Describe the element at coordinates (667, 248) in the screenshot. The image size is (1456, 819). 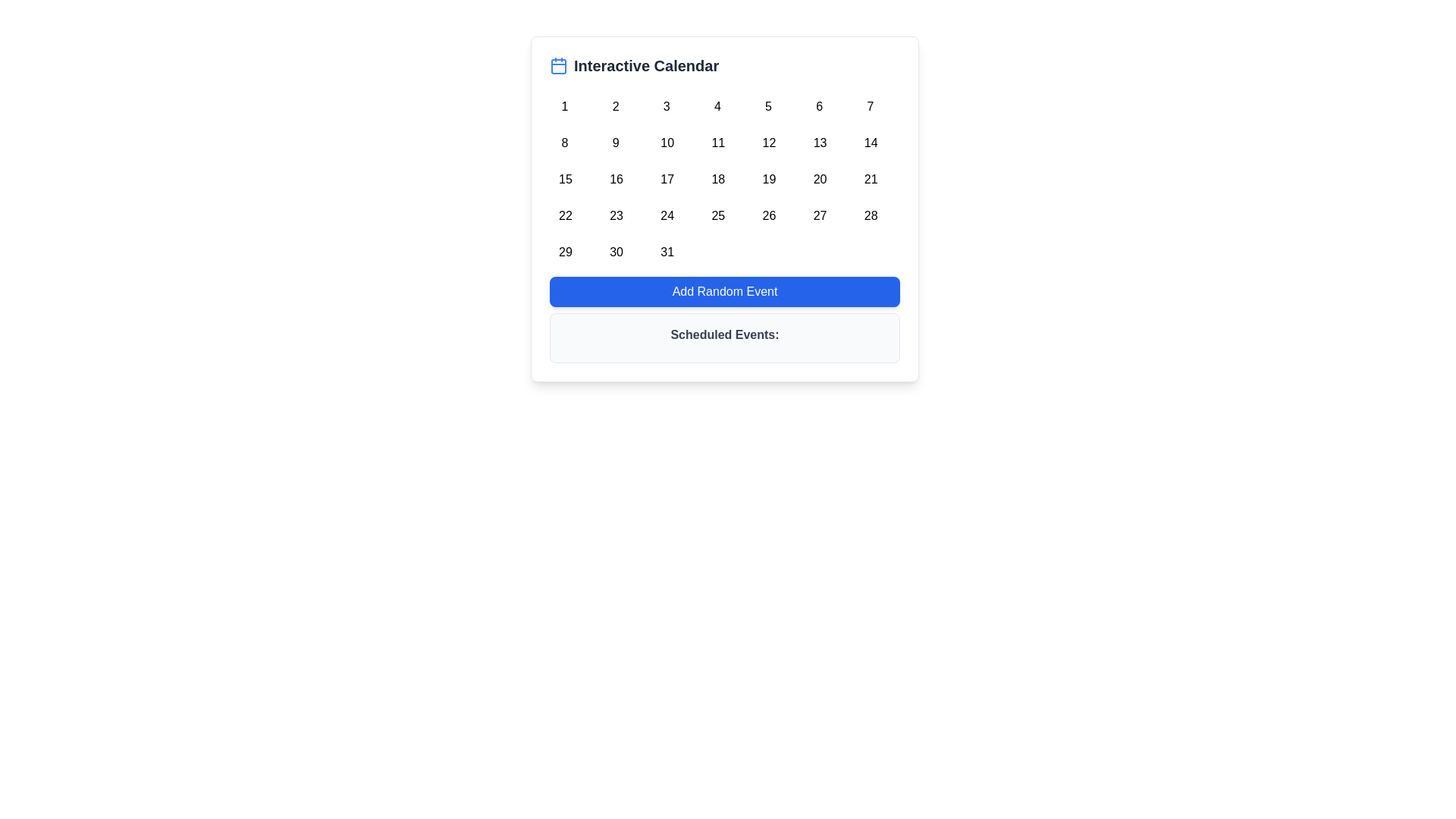
I see `the square button labeled 31 located at the bottom-right of the calendar grid` at that location.